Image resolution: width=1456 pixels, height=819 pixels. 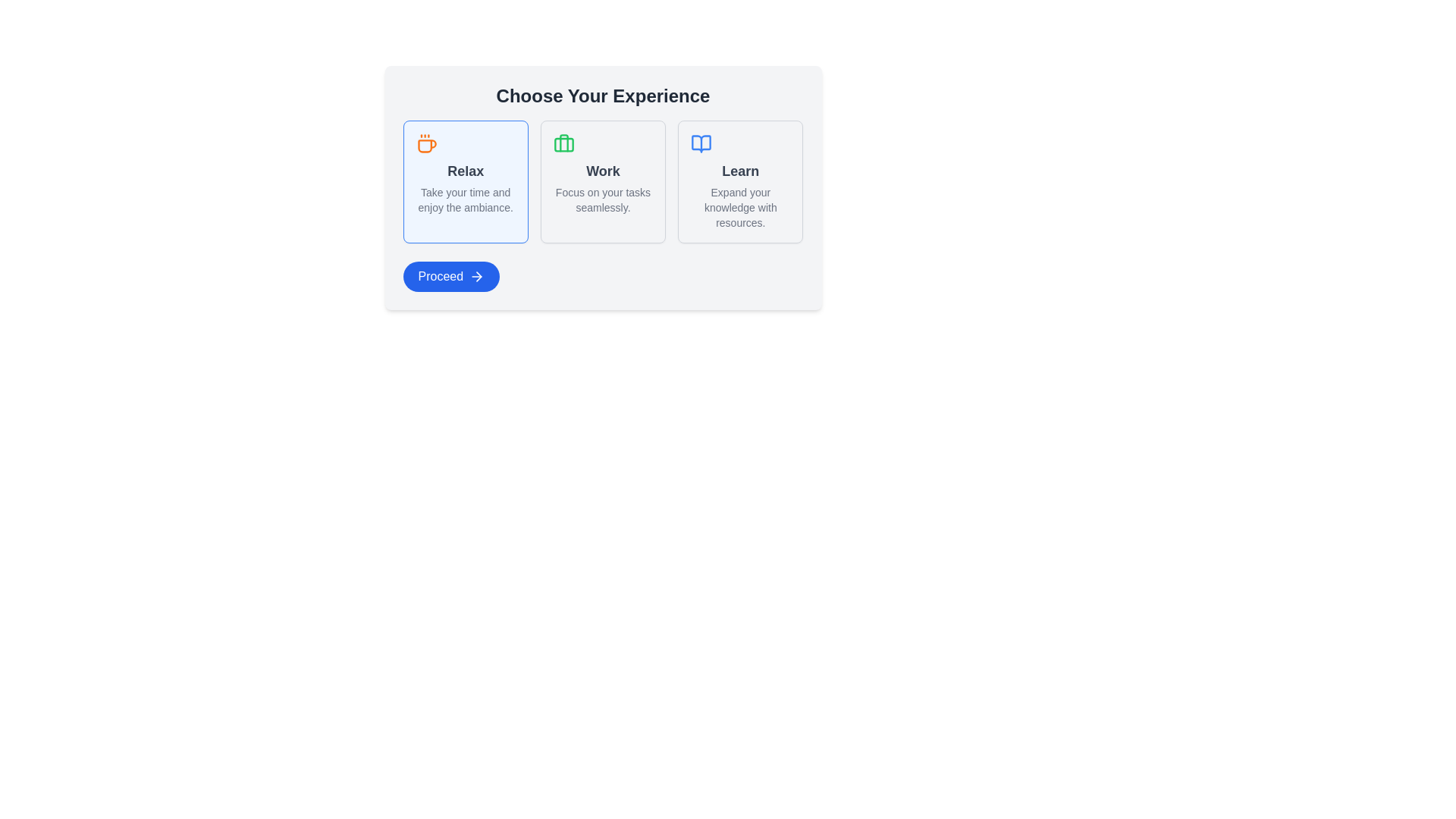 I want to click on text label that serves as the header for the 'Work' option, positioned beneath a green briefcase icon and above the smaller text 'Focus on your tasks seamlessly.', so click(x=602, y=171).